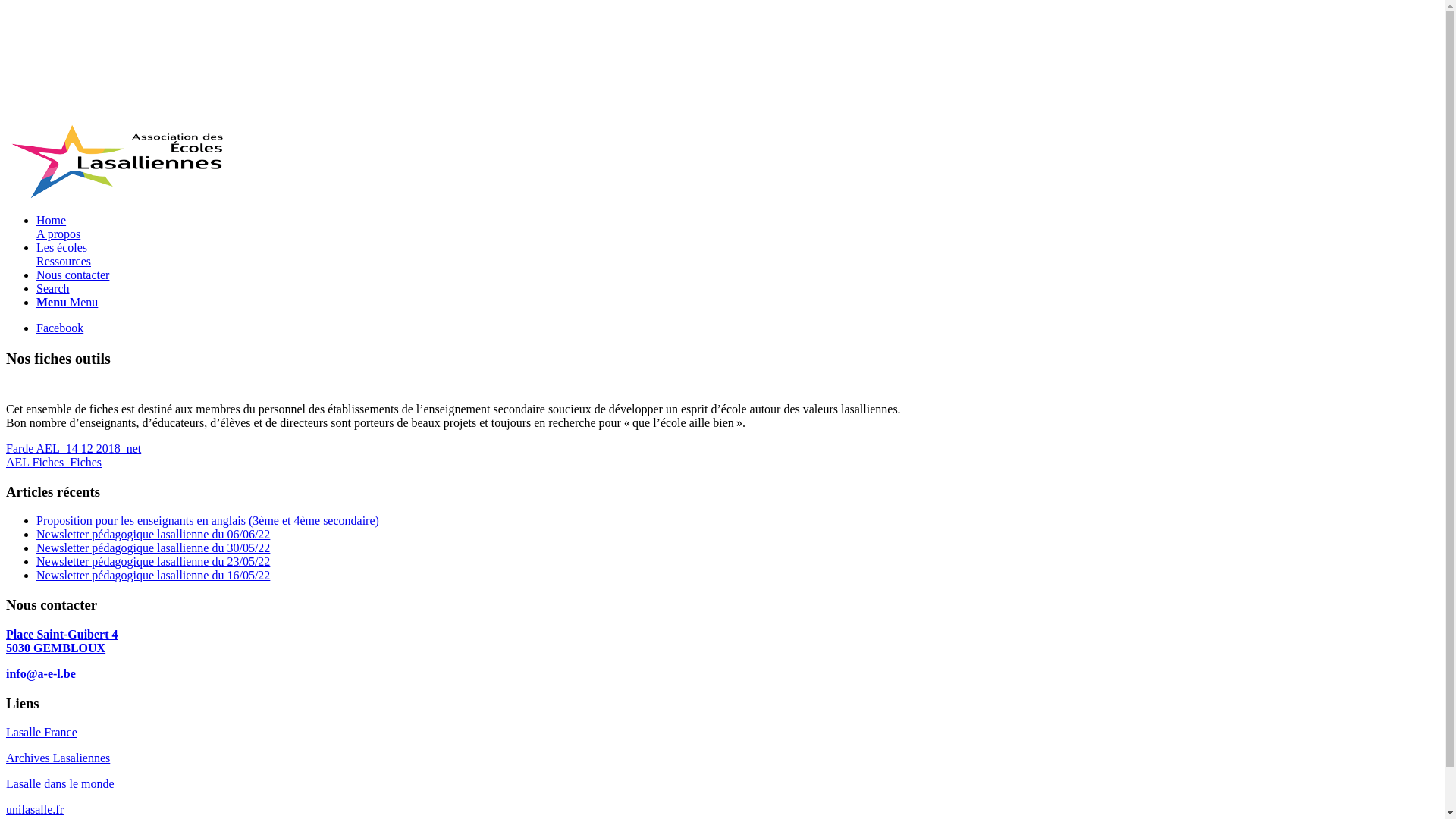 The image size is (1456, 819). What do you see at coordinates (53, 288) in the screenshot?
I see `'Search'` at bounding box center [53, 288].